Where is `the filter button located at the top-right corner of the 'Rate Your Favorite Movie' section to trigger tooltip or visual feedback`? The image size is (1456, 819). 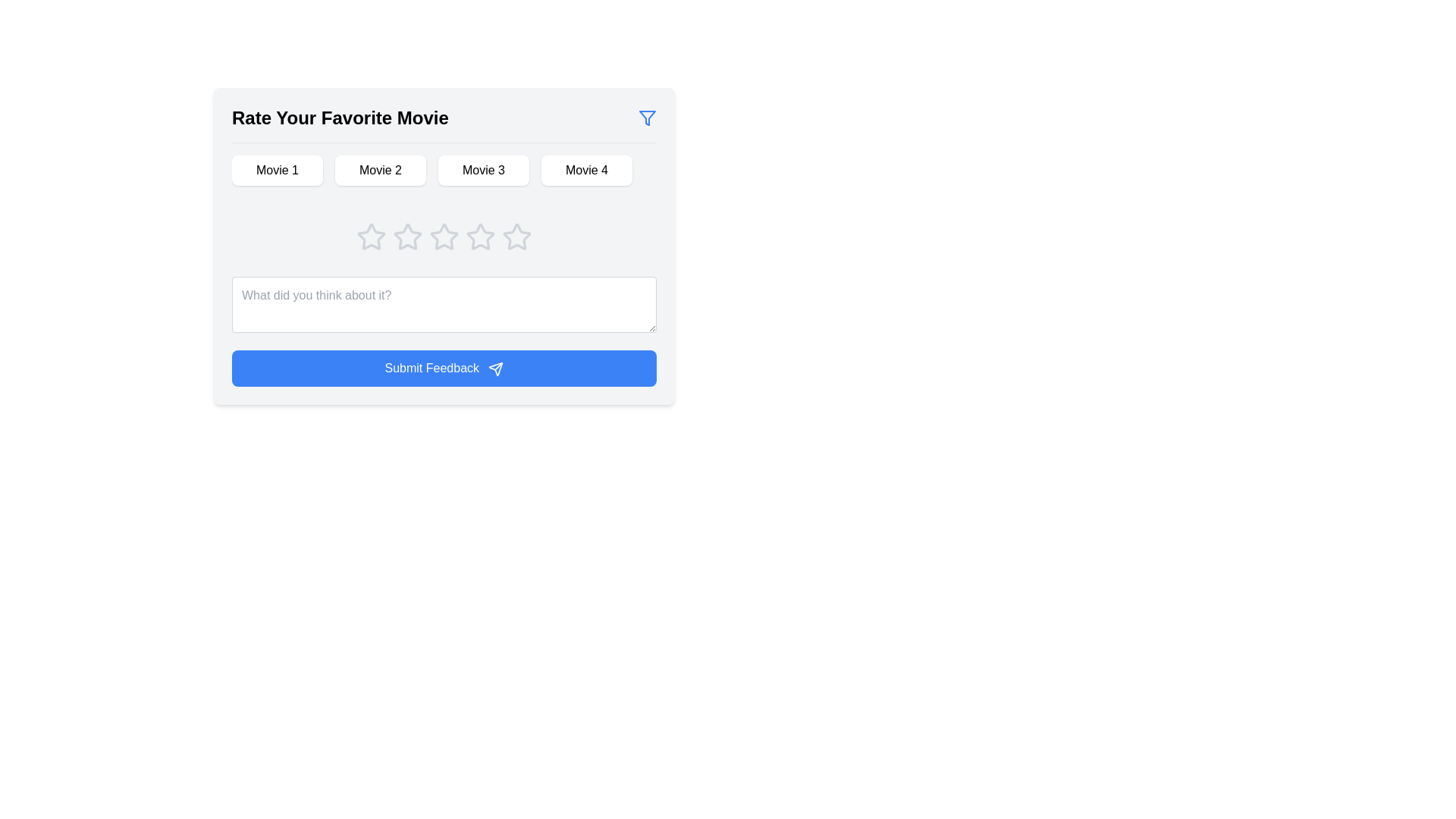
the filter button located at the top-right corner of the 'Rate Your Favorite Movie' section to trigger tooltip or visual feedback is located at coordinates (648, 117).